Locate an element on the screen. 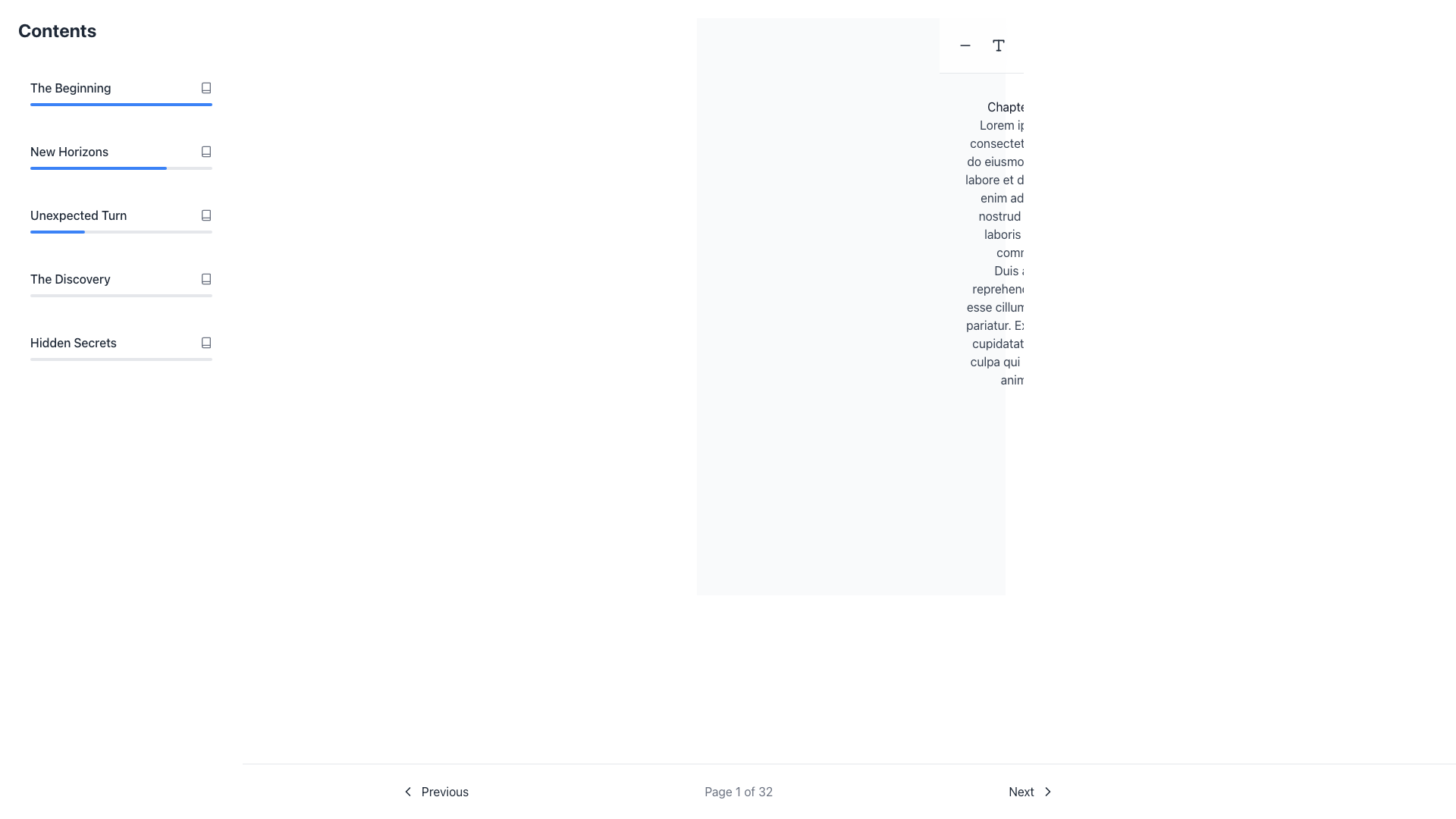 The image size is (1456, 819). the navigation button located at the bottom-right of the page is located at coordinates (1031, 791).